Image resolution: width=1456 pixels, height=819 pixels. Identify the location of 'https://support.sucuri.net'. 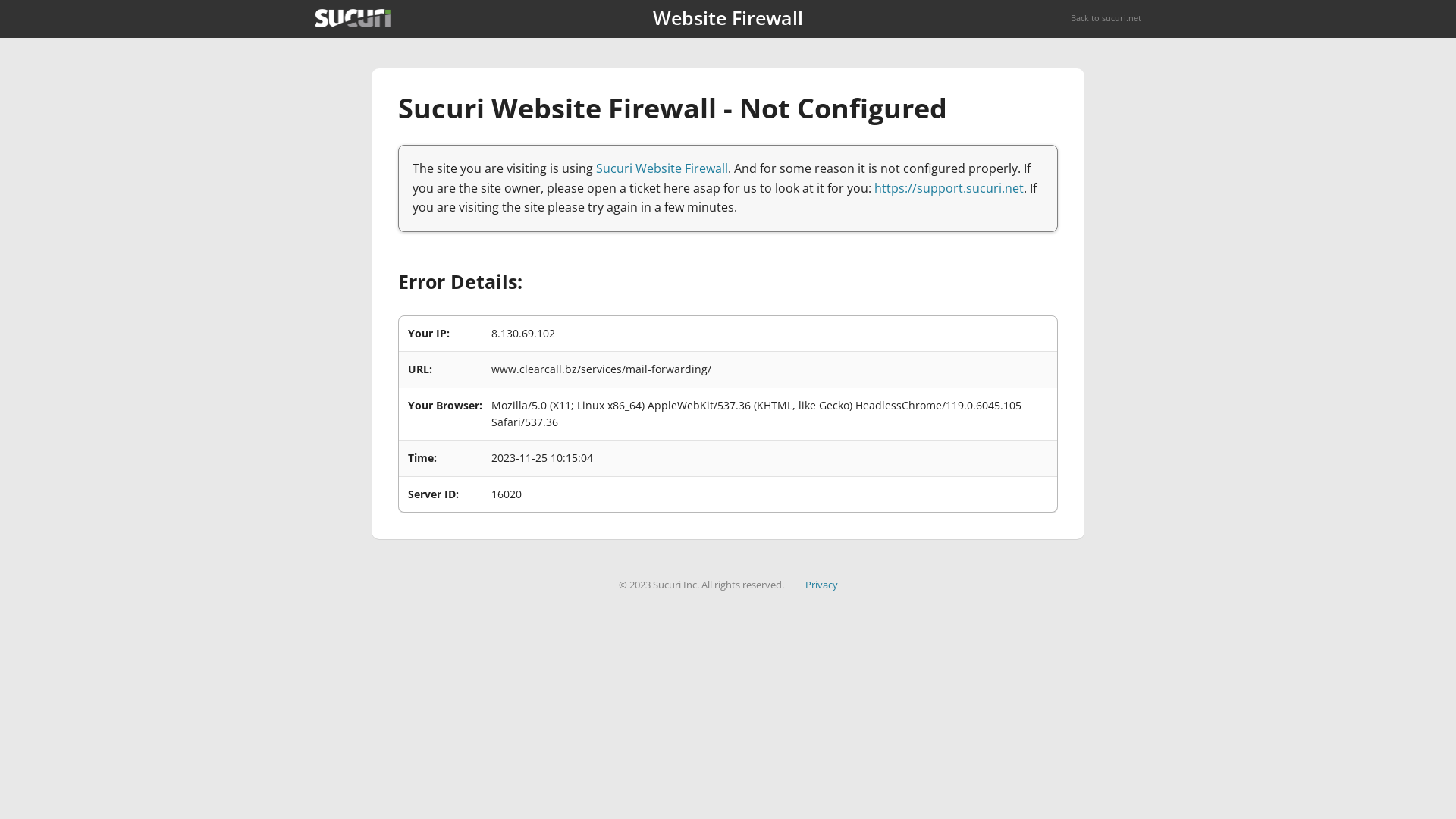
(948, 187).